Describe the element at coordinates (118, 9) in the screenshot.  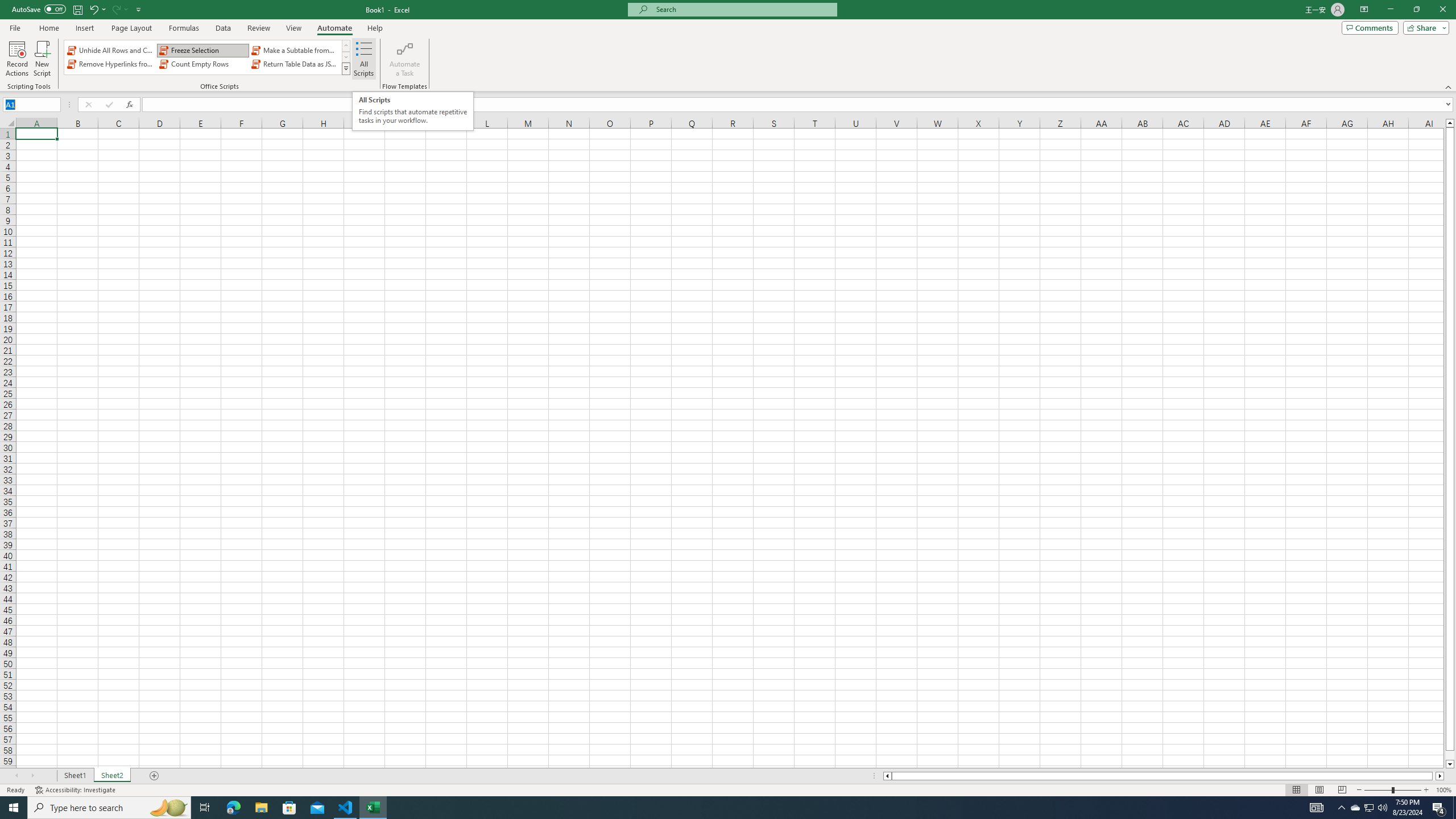
I see `'Redo'` at that location.